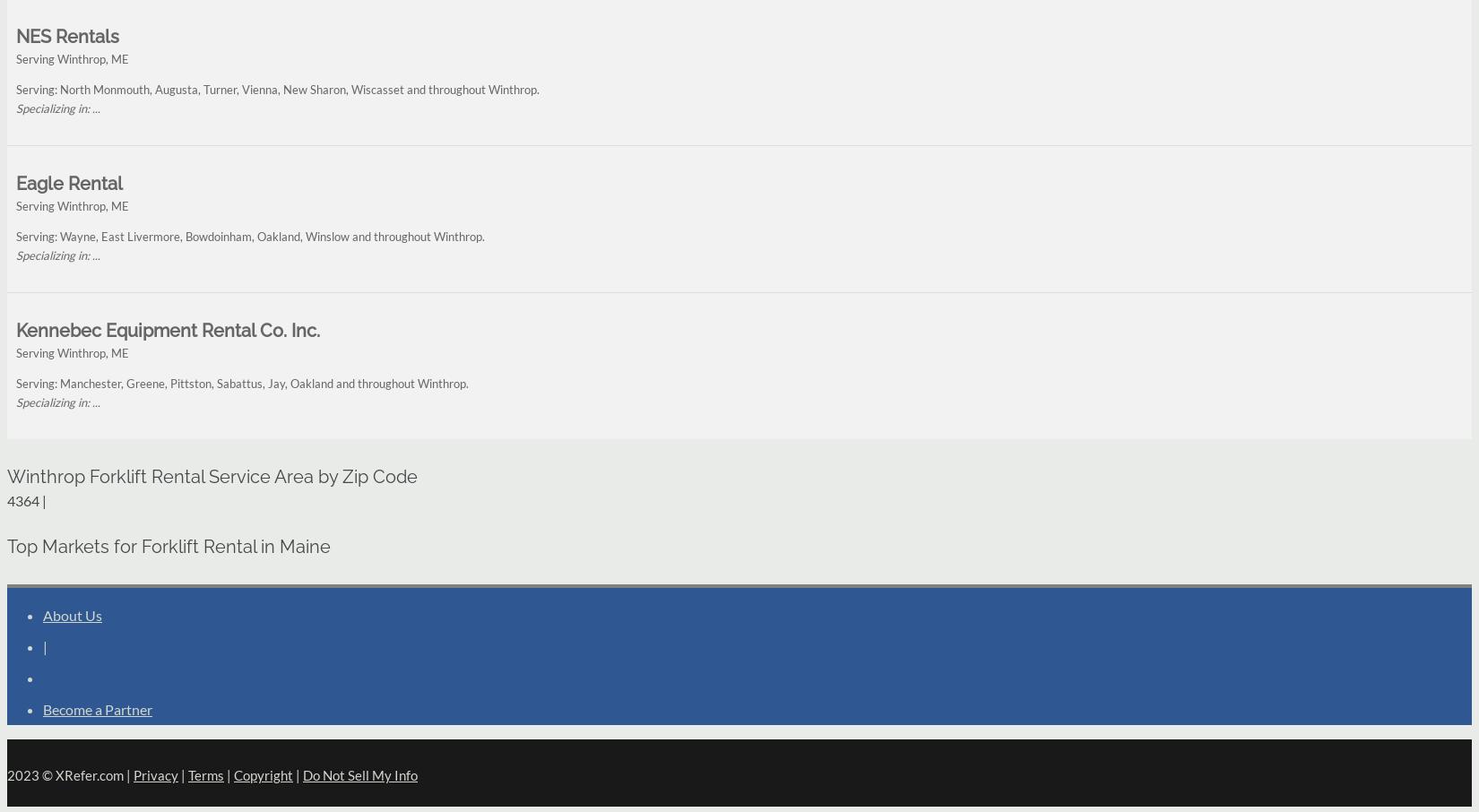  Describe the element at coordinates (168, 330) in the screenshot. I see `'Kennebec Equipment Rental Co. Inc.'` at that location.